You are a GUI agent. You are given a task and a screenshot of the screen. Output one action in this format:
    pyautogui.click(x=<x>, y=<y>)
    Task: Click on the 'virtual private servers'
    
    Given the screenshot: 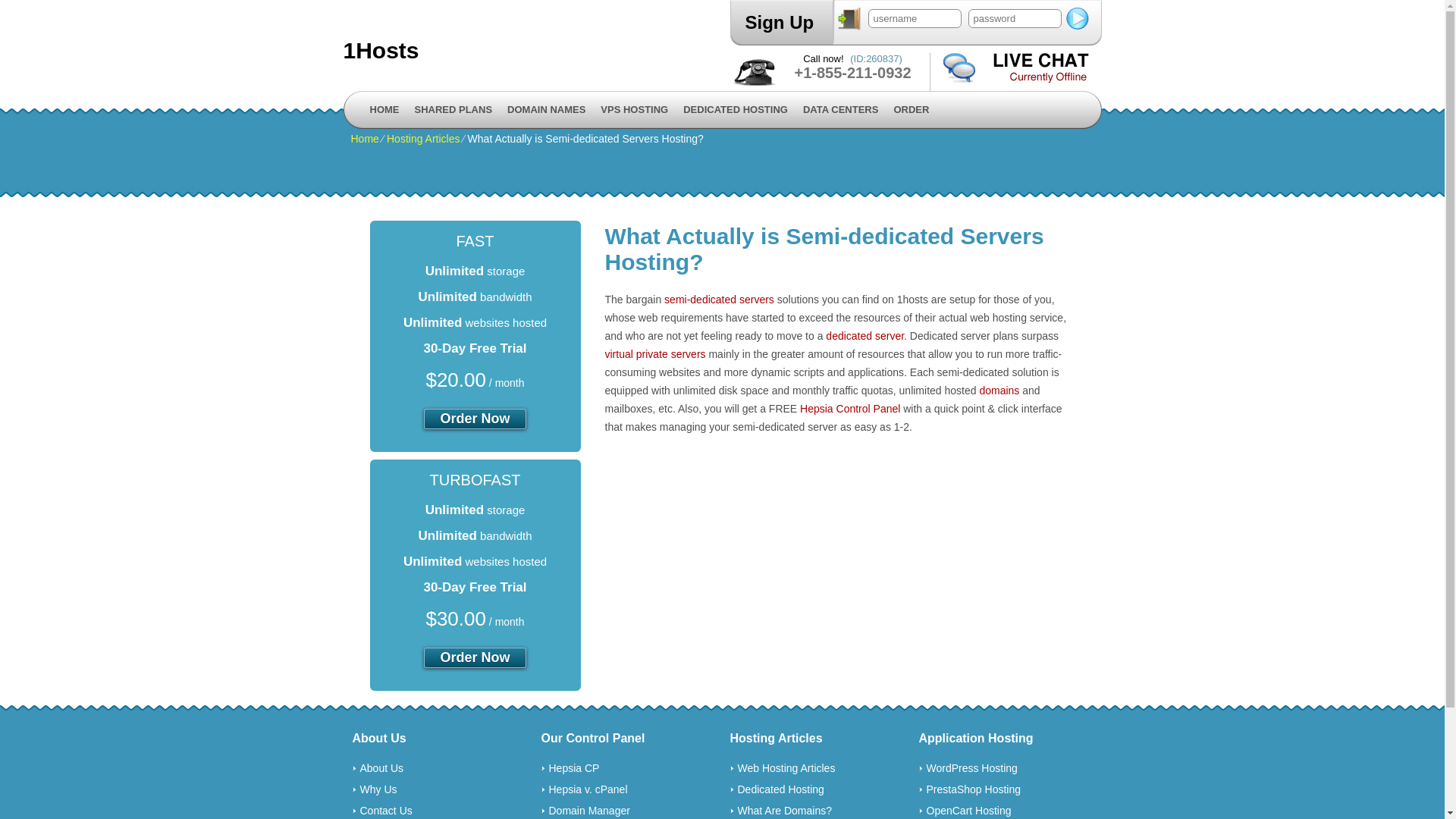 What is the action you would take?
    pyautogui.click(x=655, y=353)
    